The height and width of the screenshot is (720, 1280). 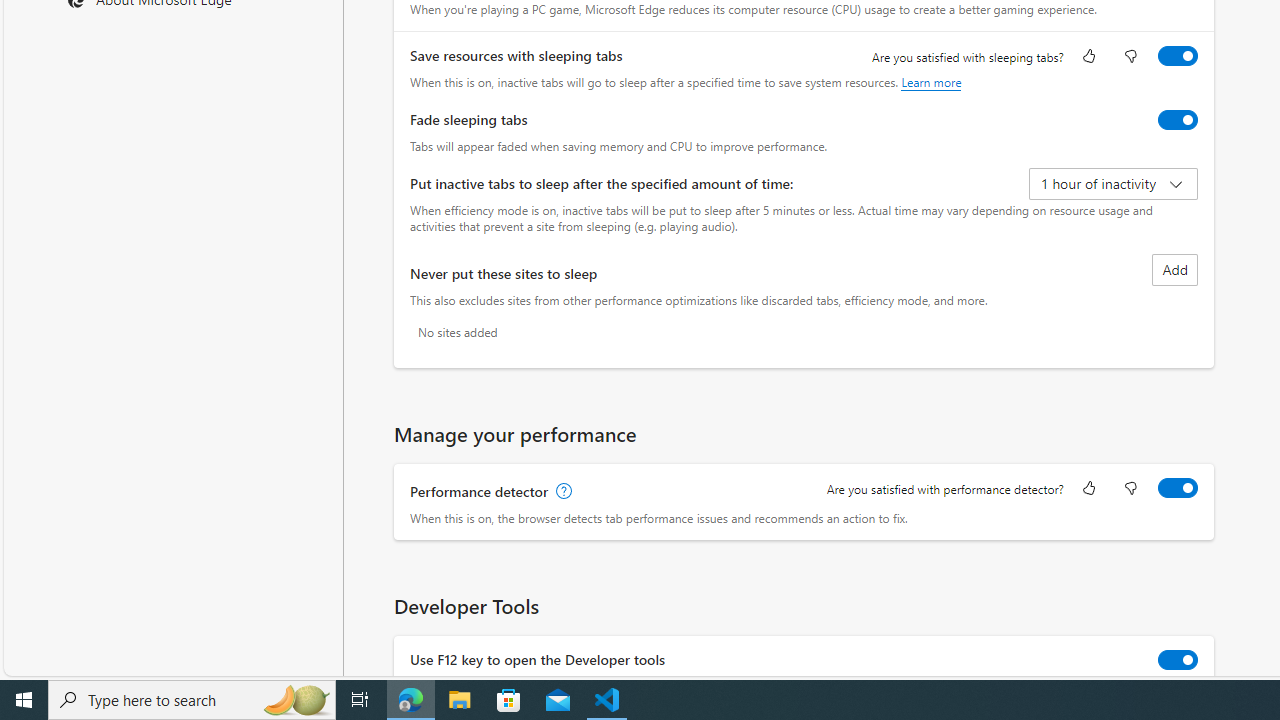 What do you see at coordinates (459, 698) in the screenshot?
I see `'File Explorer'` at bounding box center [459, 698].